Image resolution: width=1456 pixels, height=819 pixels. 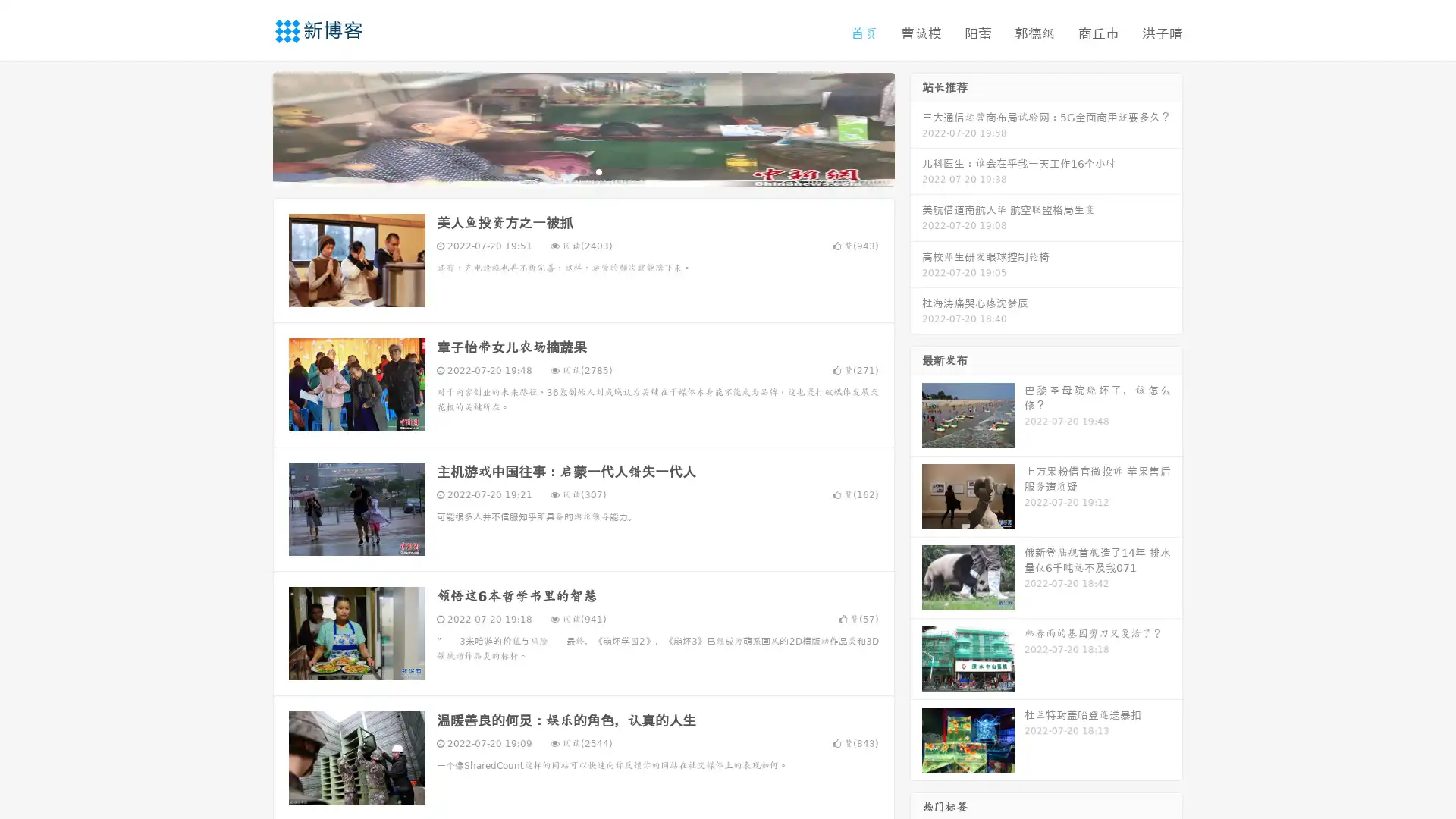 What do you see at coordinates (250, 127) in the screenshot?
I see `Previous slide` at bounding box center [250, 127].